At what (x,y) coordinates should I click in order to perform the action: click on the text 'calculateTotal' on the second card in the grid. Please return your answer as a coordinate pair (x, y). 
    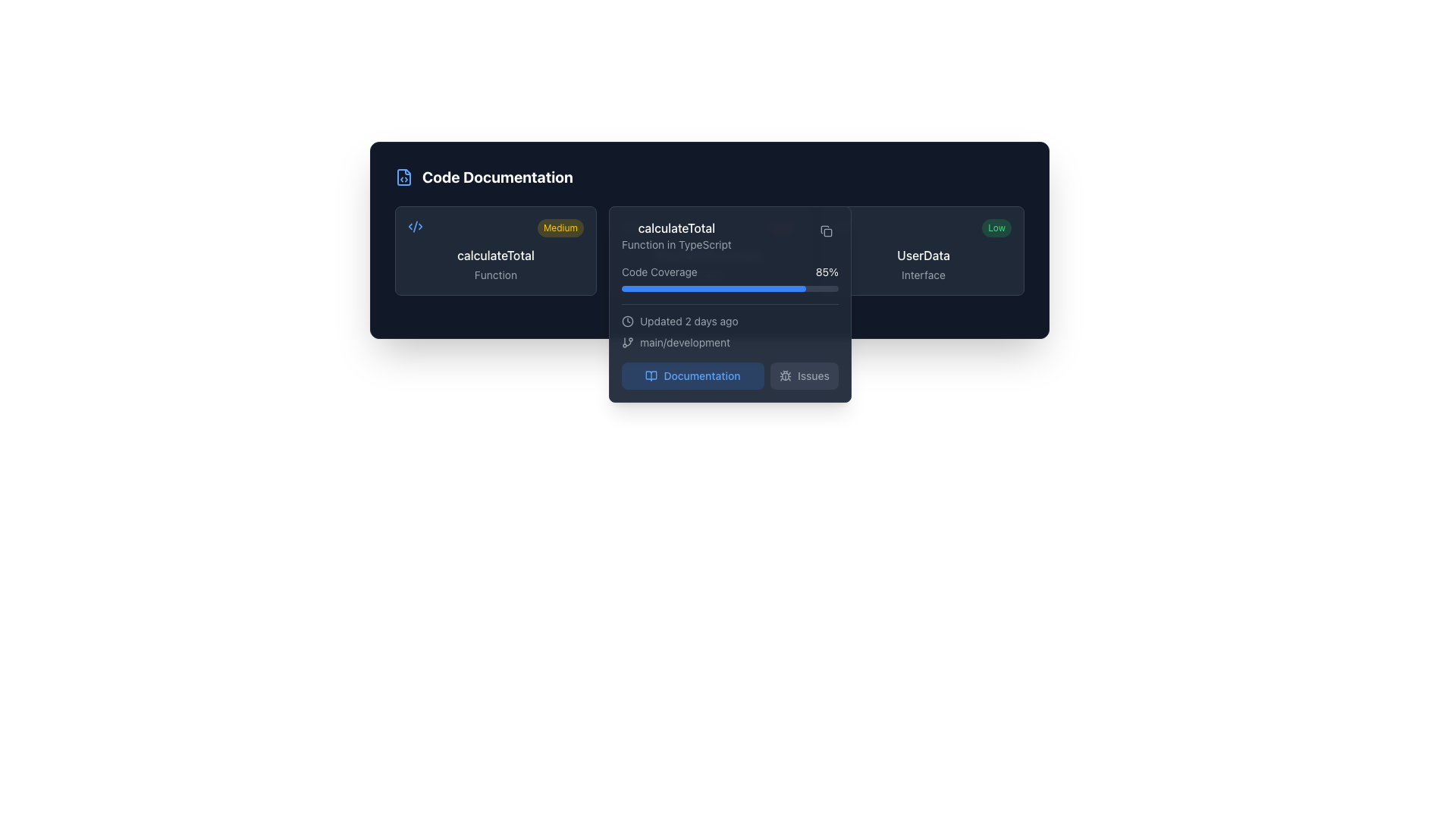
    Looking at the image, I should click on (709, 250).